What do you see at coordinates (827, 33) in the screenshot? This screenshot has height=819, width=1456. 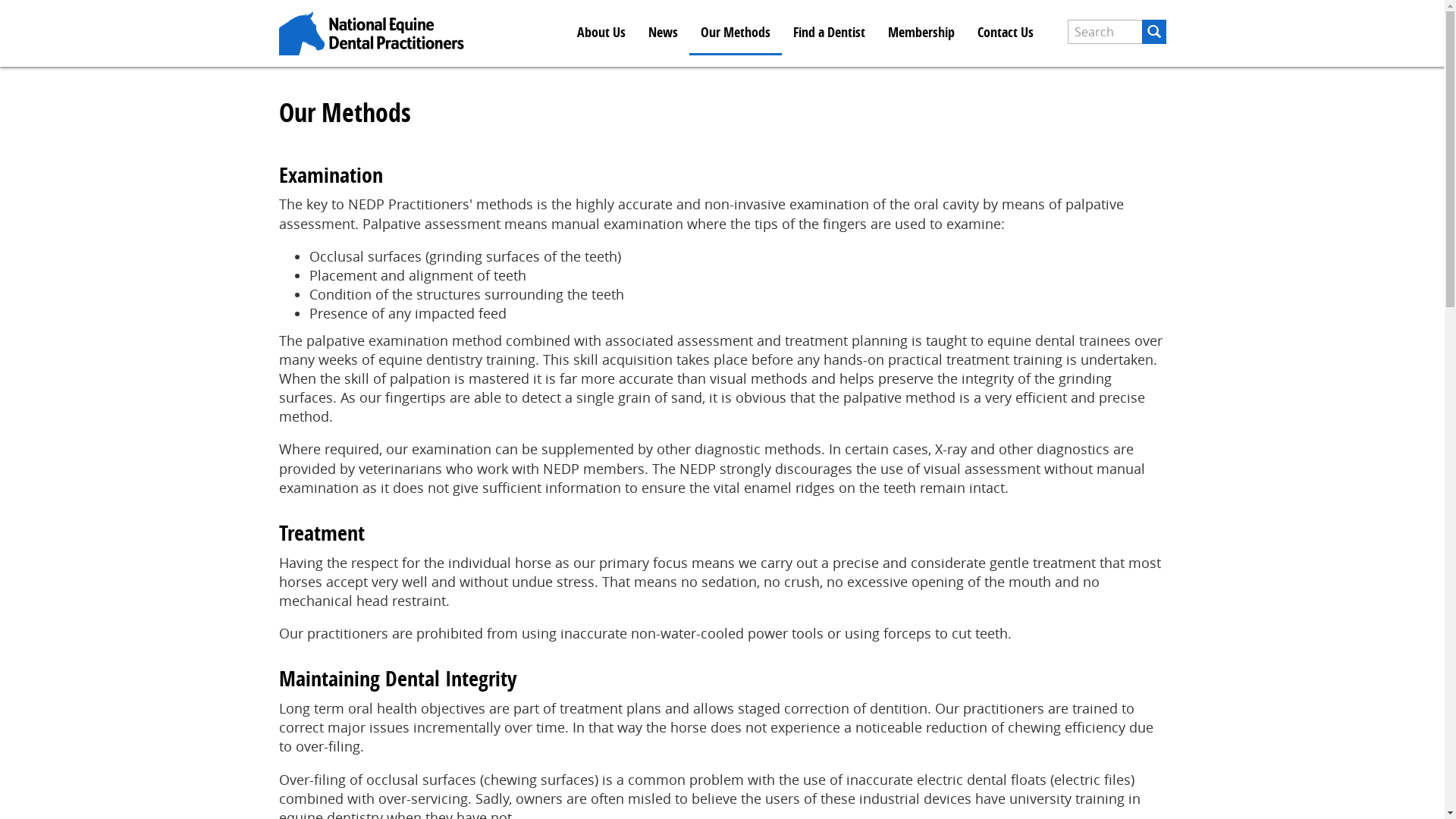 I see `'Find a Dentist'` at bounding box center [827, 33].